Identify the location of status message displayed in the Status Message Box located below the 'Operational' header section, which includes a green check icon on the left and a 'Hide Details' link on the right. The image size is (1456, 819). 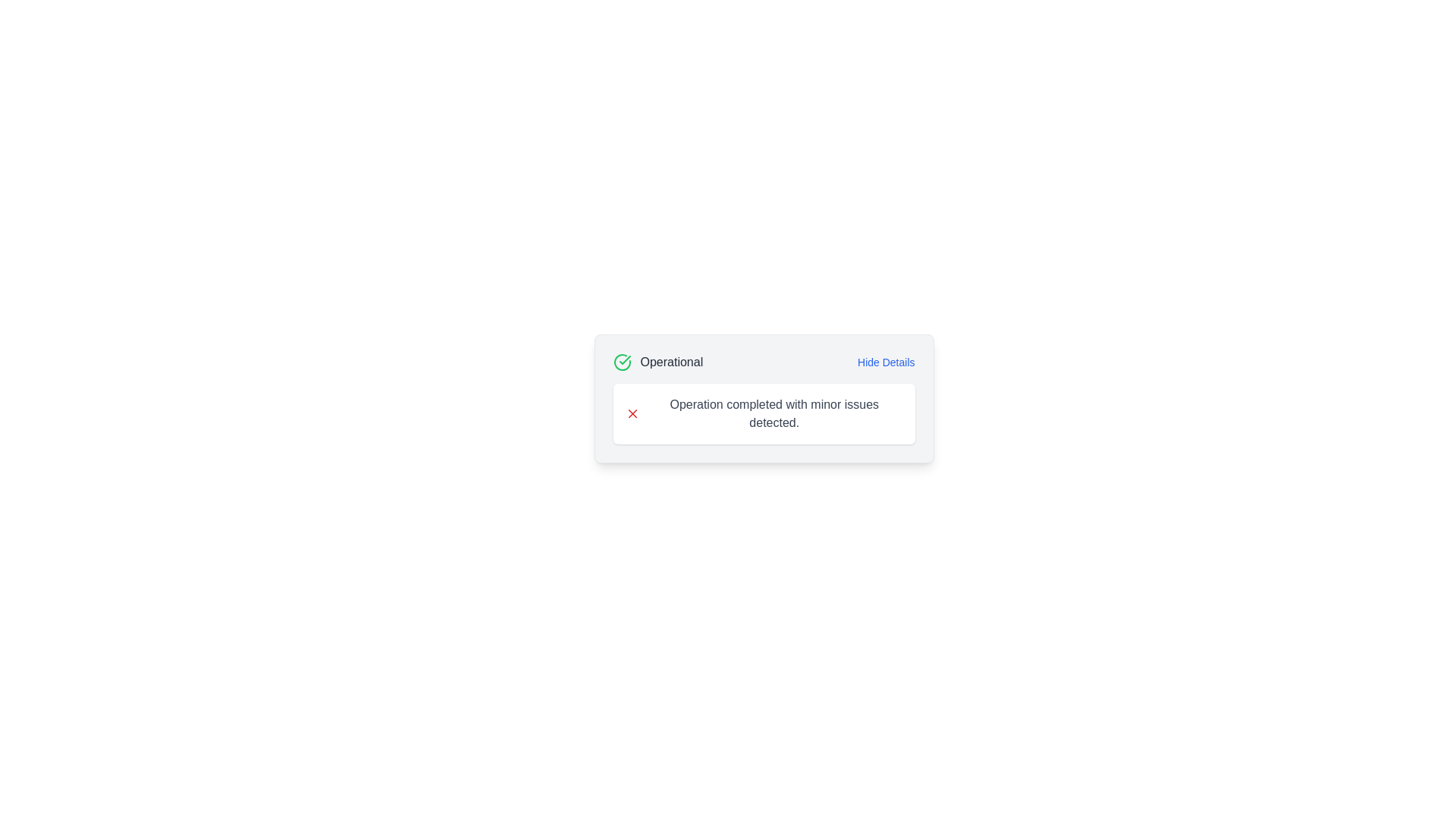
(764, 414).